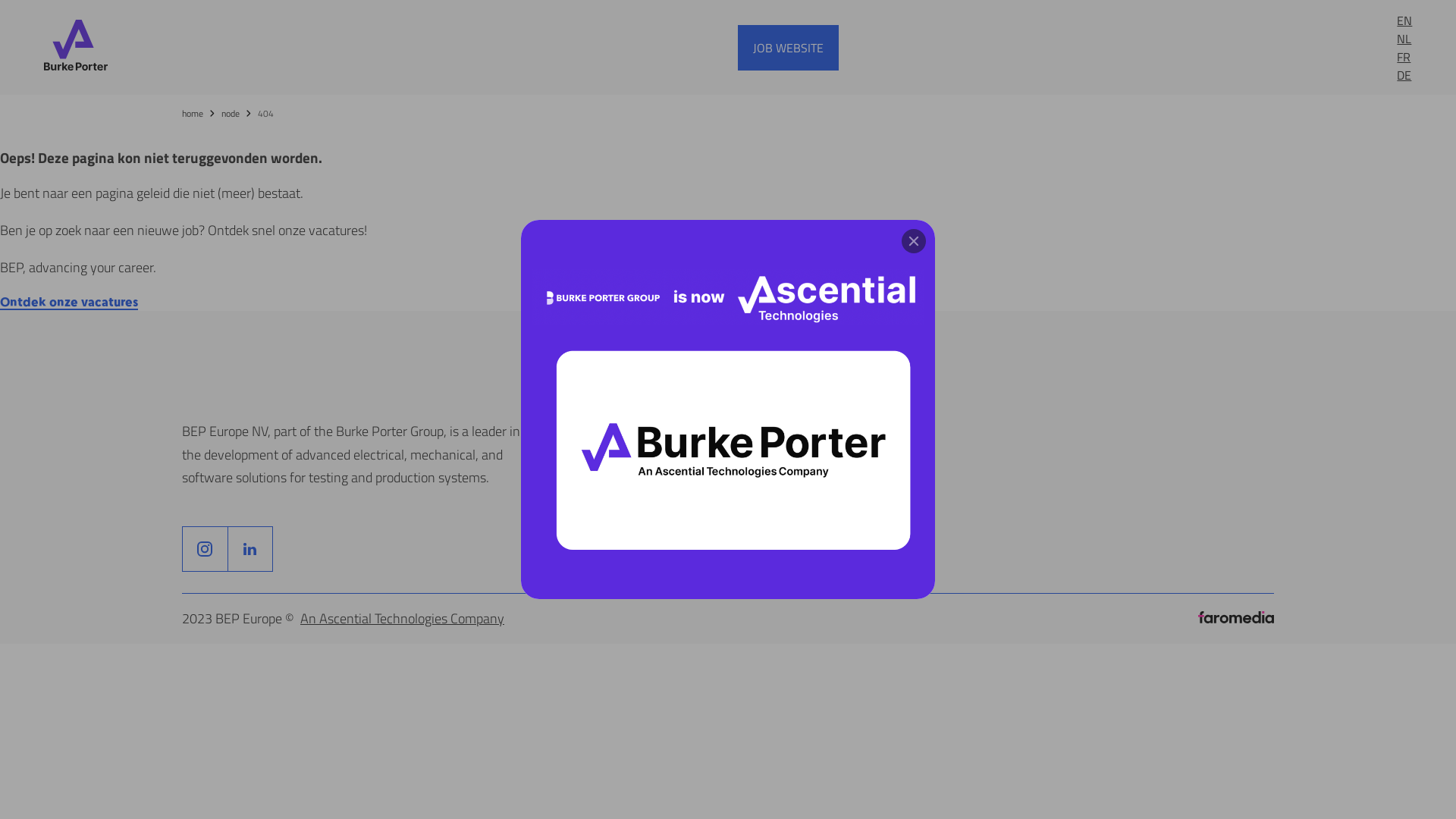 This screenshot has height=819, width=1456. What do you see at coordinates (237, 113) in the screenshot?
I see `'node'` at bounding box center [237, 113].